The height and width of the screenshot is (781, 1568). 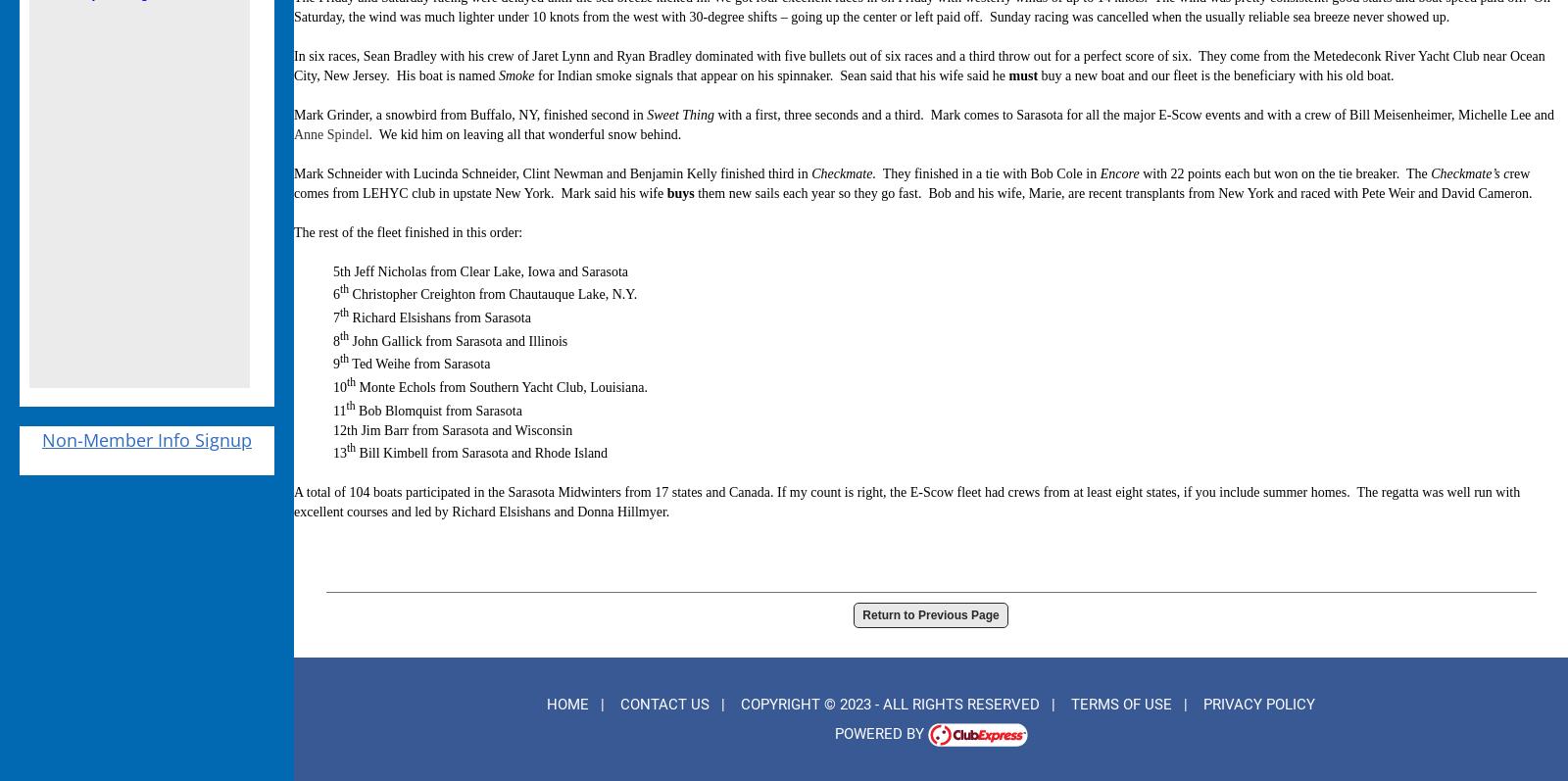 What do you see at coordinates (679, 114) in the screenshot?
I see `'Sweet Thing'` at bounding box center [679, 114].